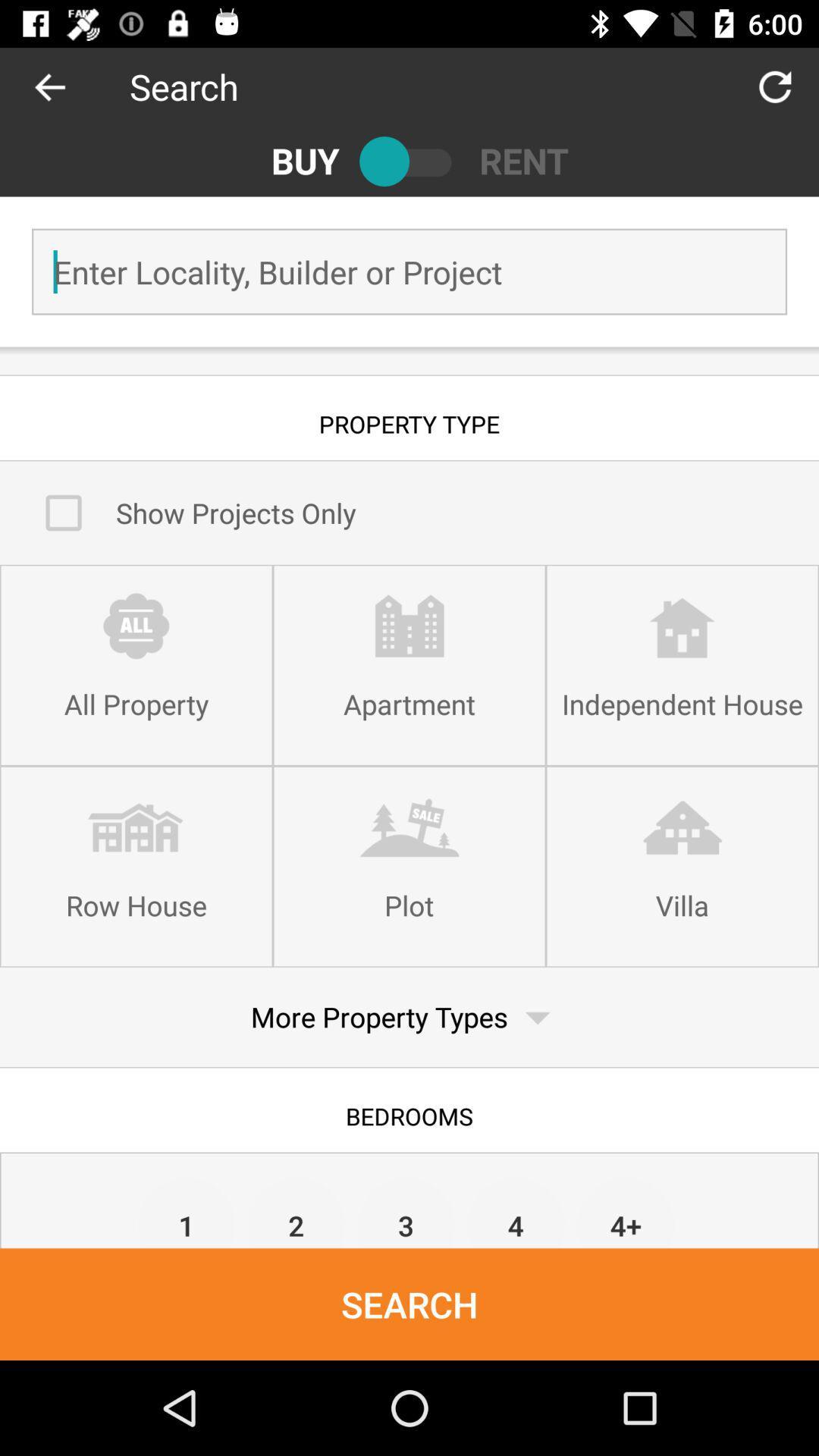 This screenshot has width=819, height=1456. Describe the element at coordinates (186, 1211) in the screenshot. I see `1 icon` at that location.